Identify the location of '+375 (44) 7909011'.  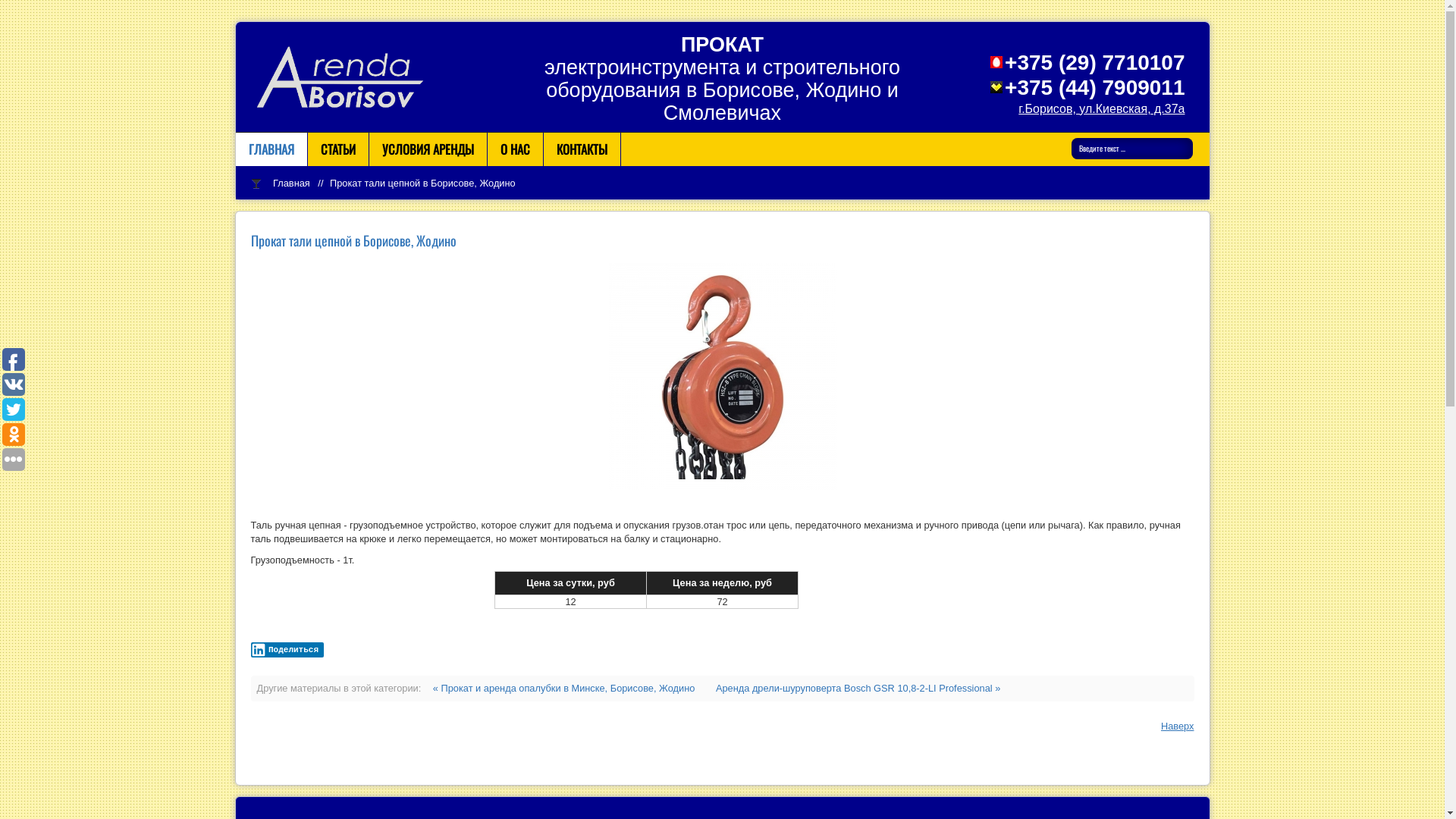
(1094, 87).